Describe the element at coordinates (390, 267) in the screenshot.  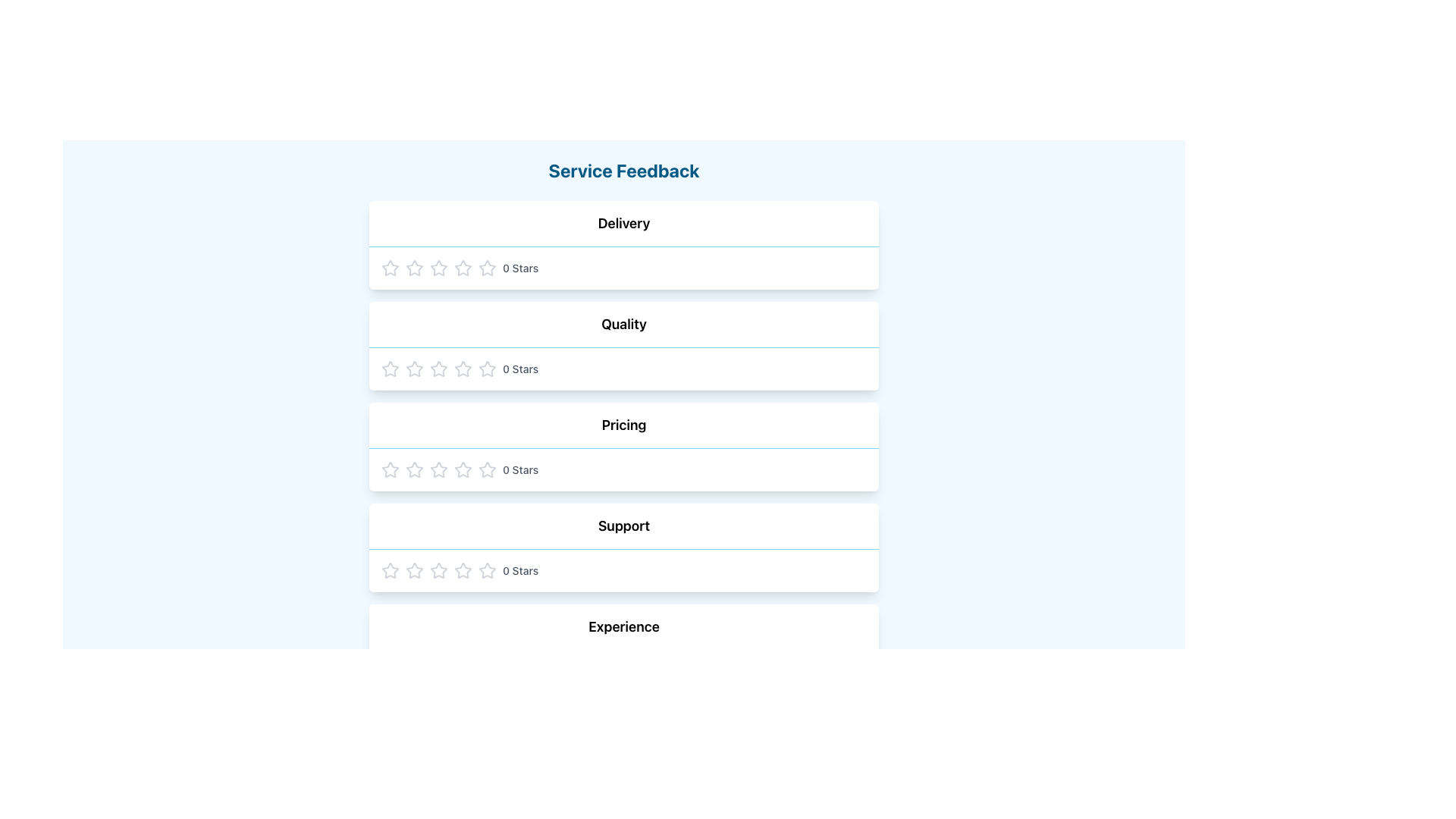
I see `the first hollow star icon in the row of five stars for the 'Delivery' rating` at that location.